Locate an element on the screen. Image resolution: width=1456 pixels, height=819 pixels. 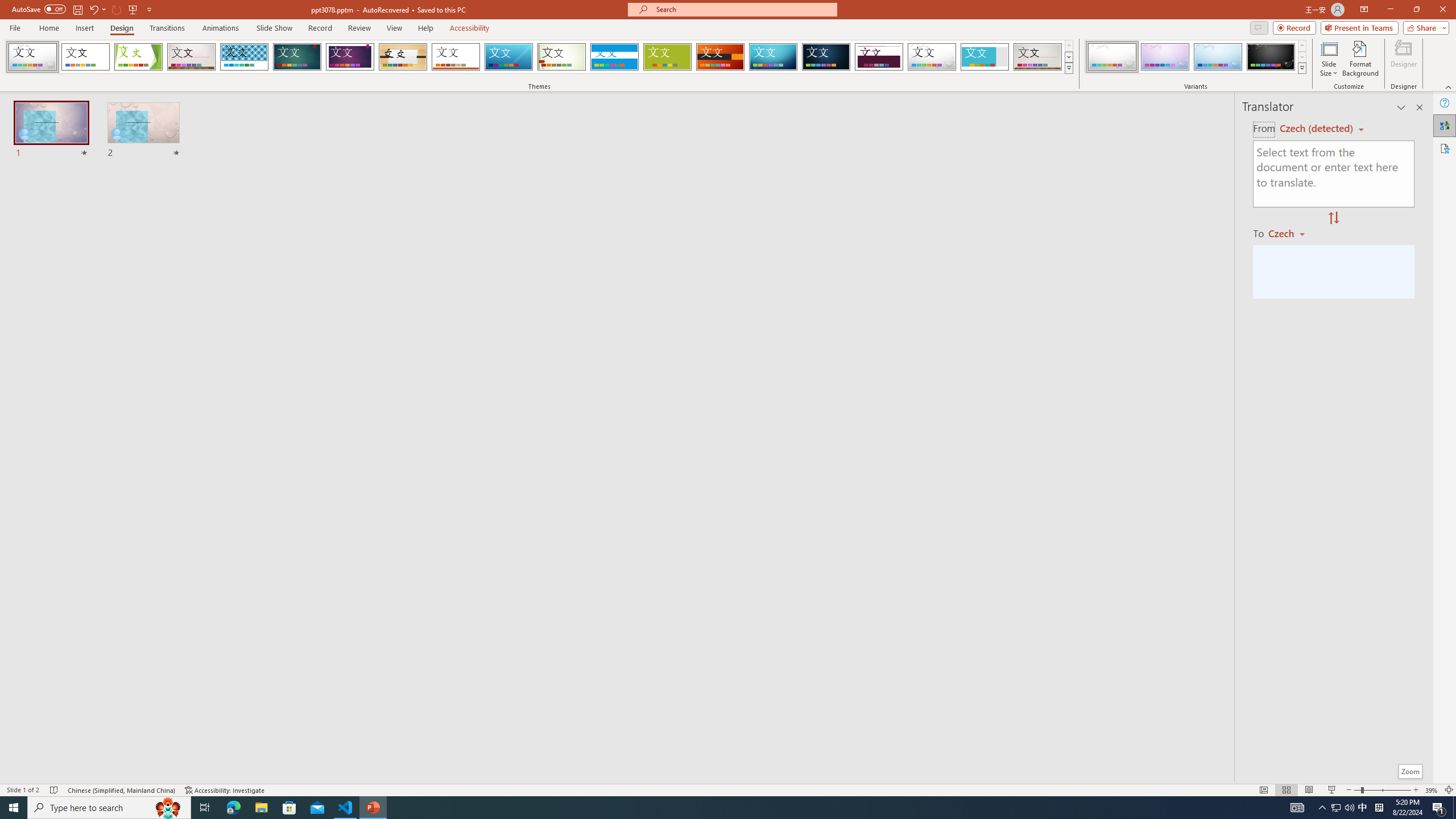
'Banded' is located at coordinates (614, 56).